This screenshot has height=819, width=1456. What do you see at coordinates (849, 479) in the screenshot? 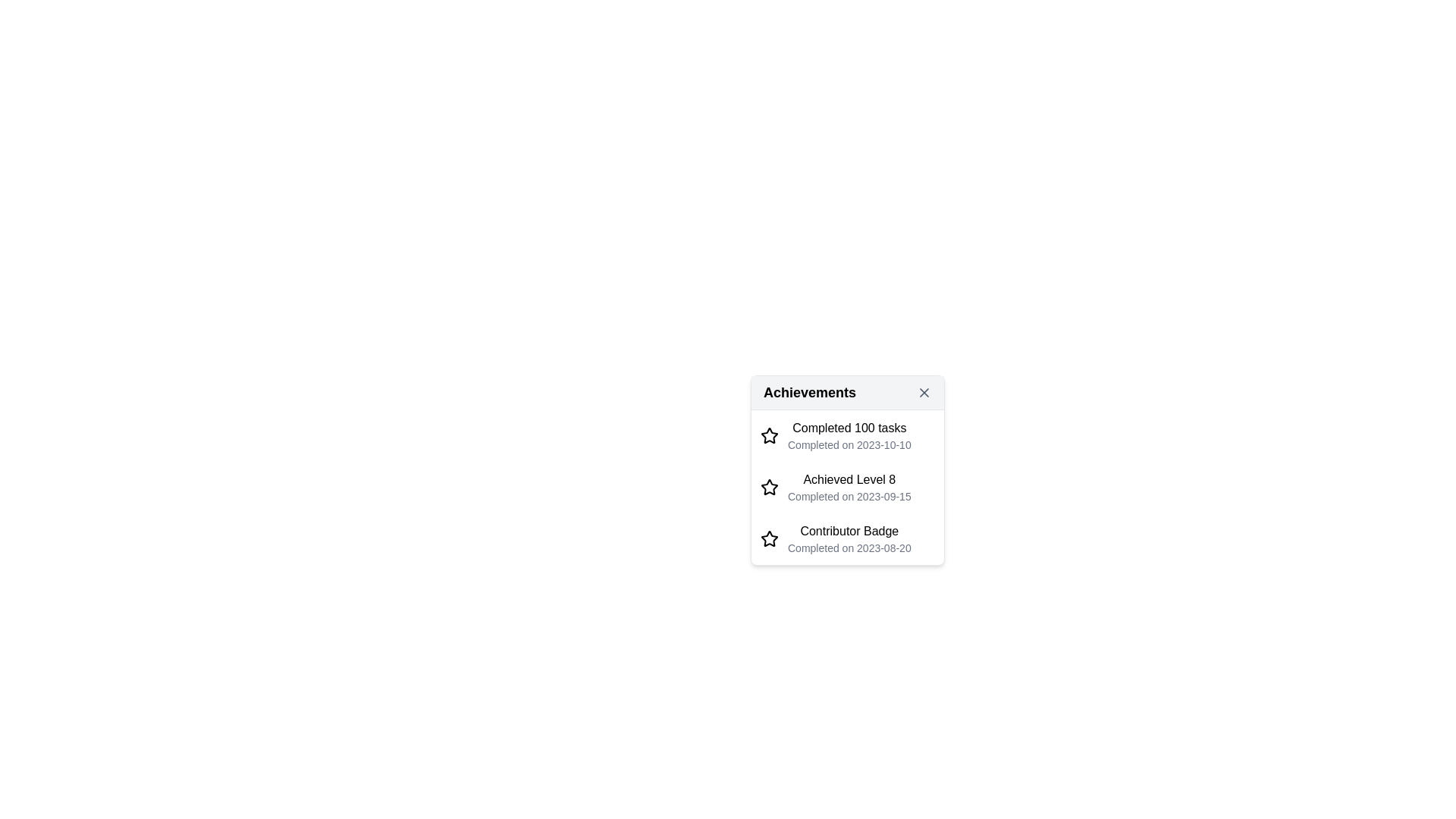
I see `the text label displaying 'Achieved Level 8' within the 'Achievements' panel, which is the second item in the list of achievements` at bounding box center [849, 479].